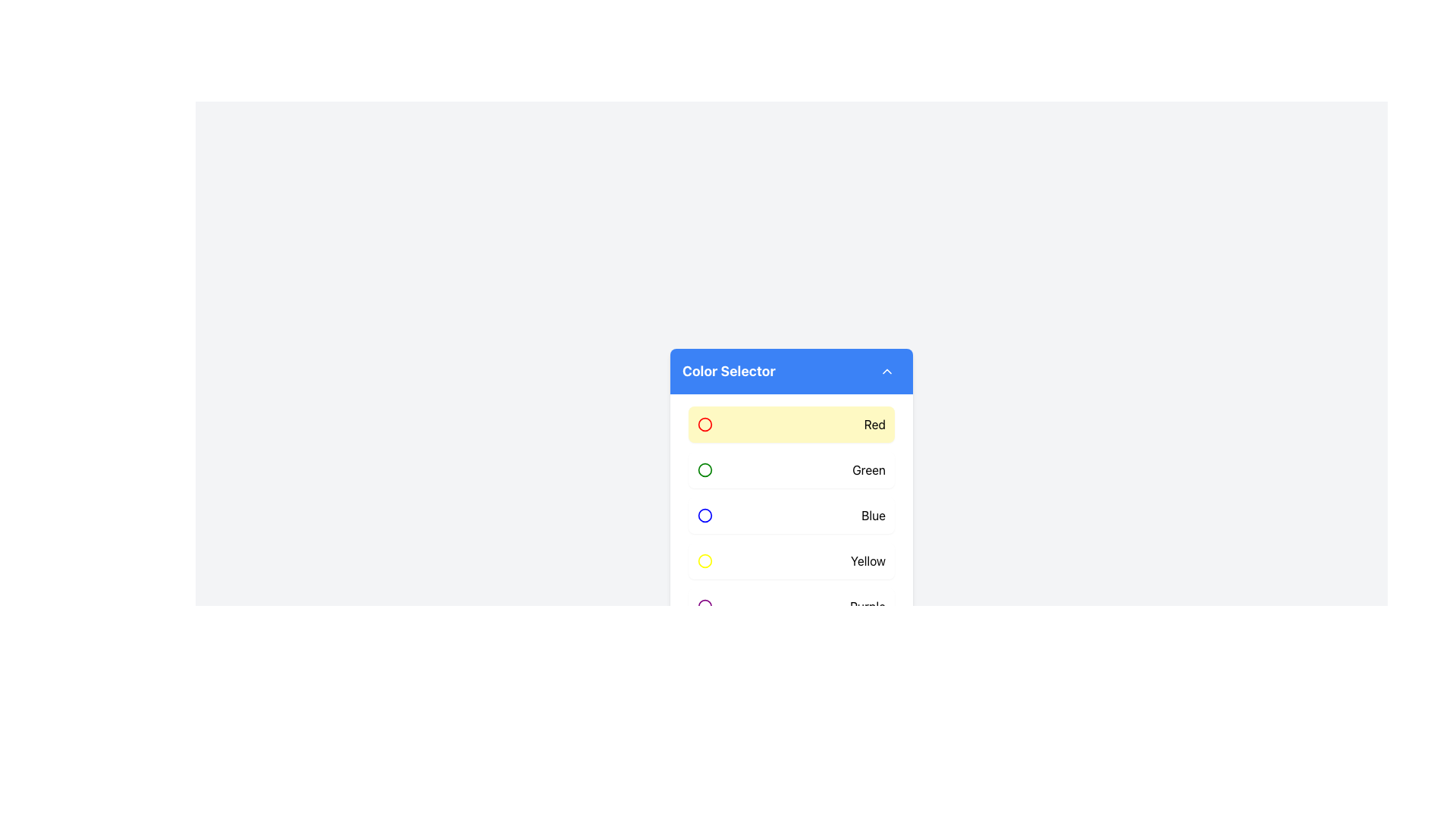  What do you see at coordinates (868, 561) in the screenshot?
I see `the text label displaying 'Yellow' in the color selector interface` at bounding box center [868, 561].